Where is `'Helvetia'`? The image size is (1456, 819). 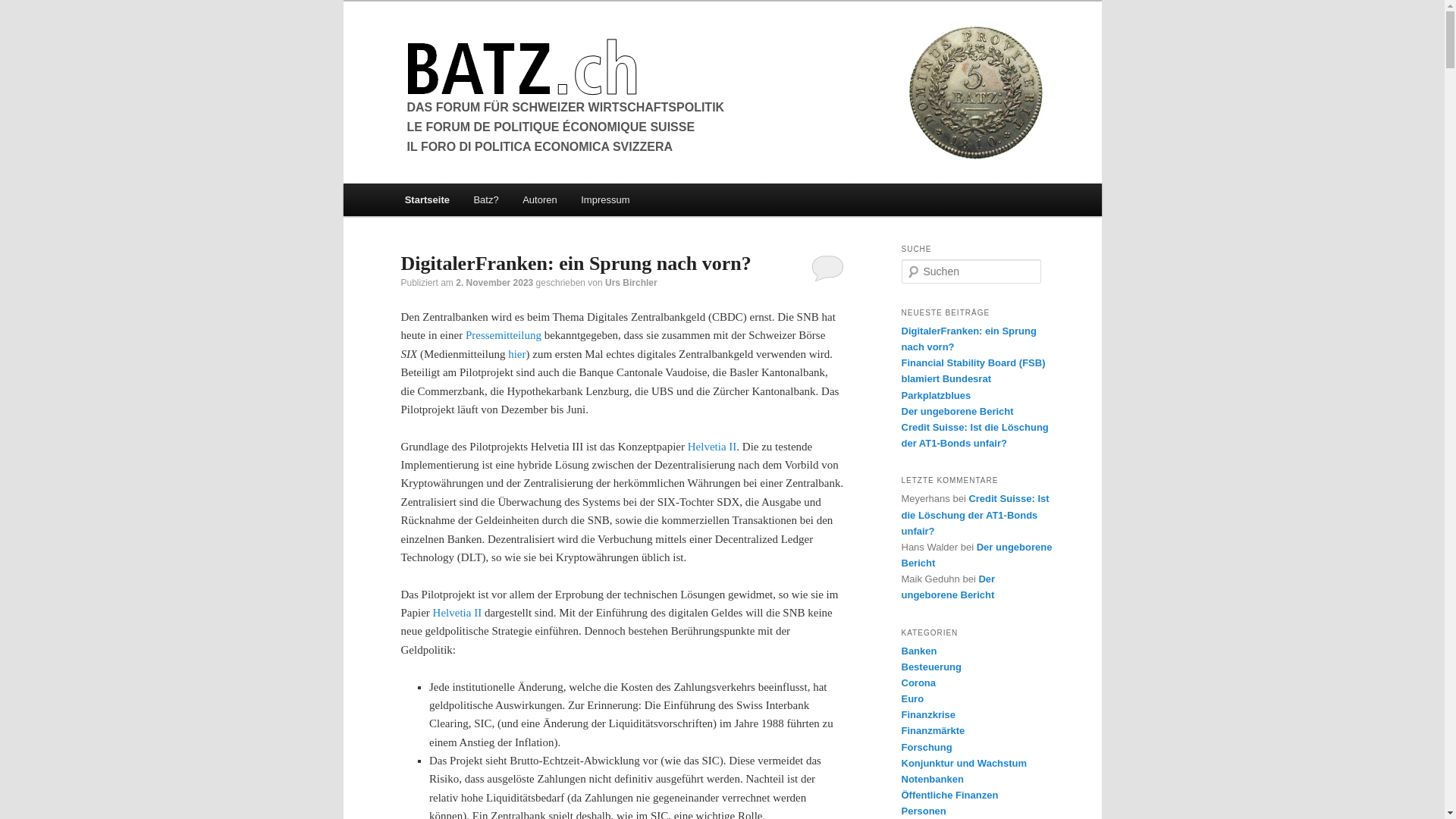
'Helvetia' is located at coordinates (451, 611).